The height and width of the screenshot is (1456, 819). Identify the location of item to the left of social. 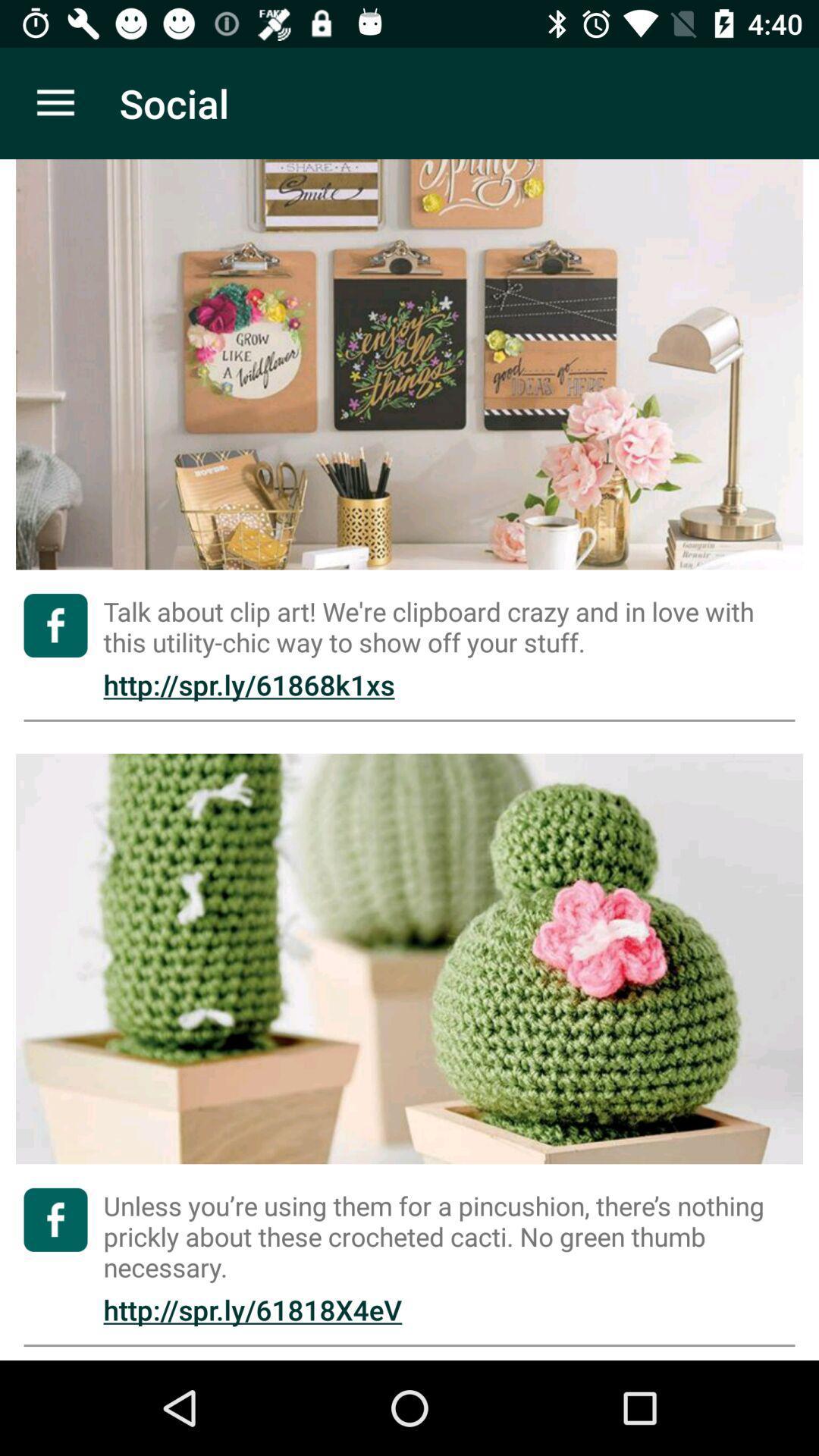
(55, 102).